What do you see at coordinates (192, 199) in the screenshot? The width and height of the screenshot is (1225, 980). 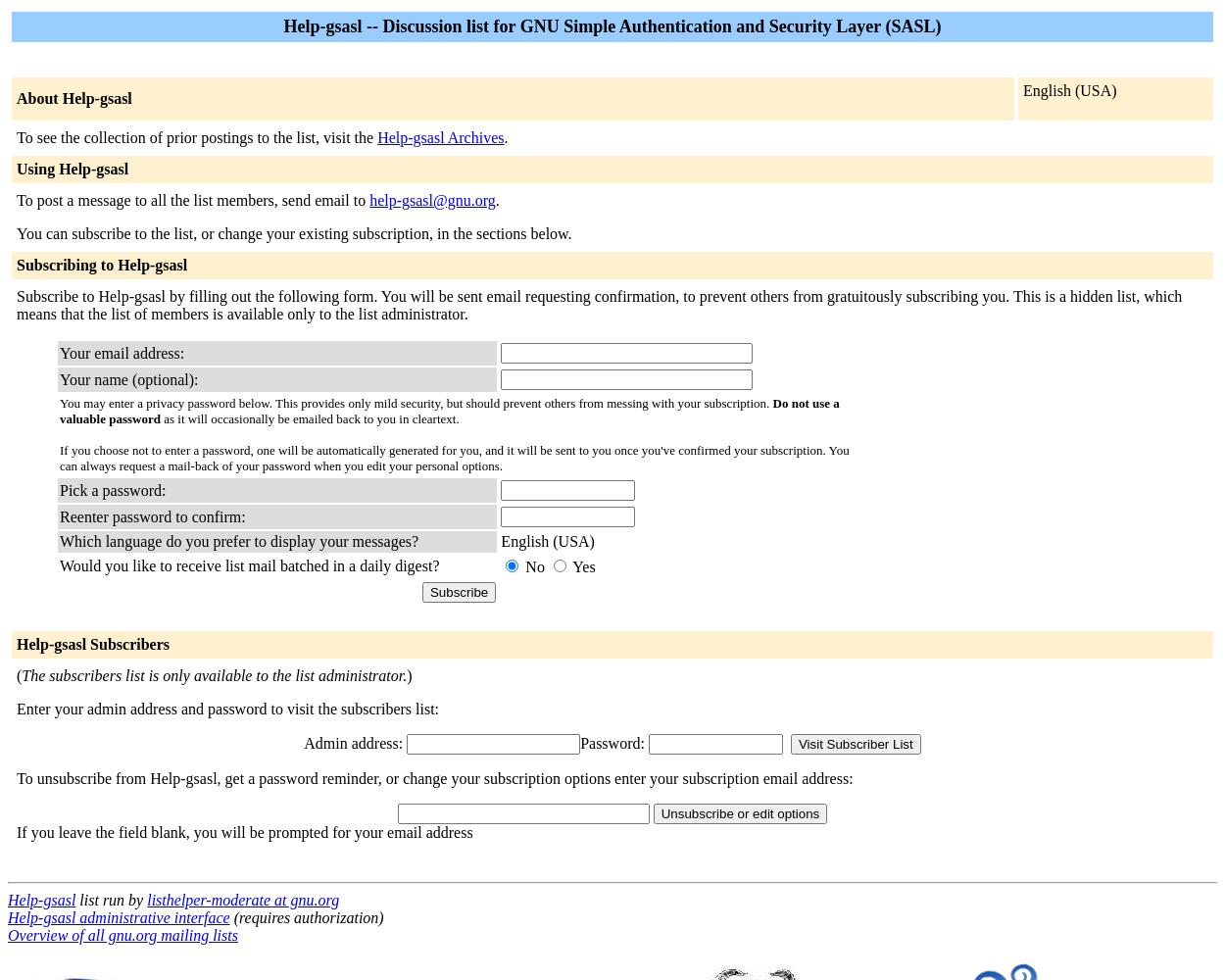 I see `'To post a message to all the list members, send email to'` at bounding box center [192, 199].